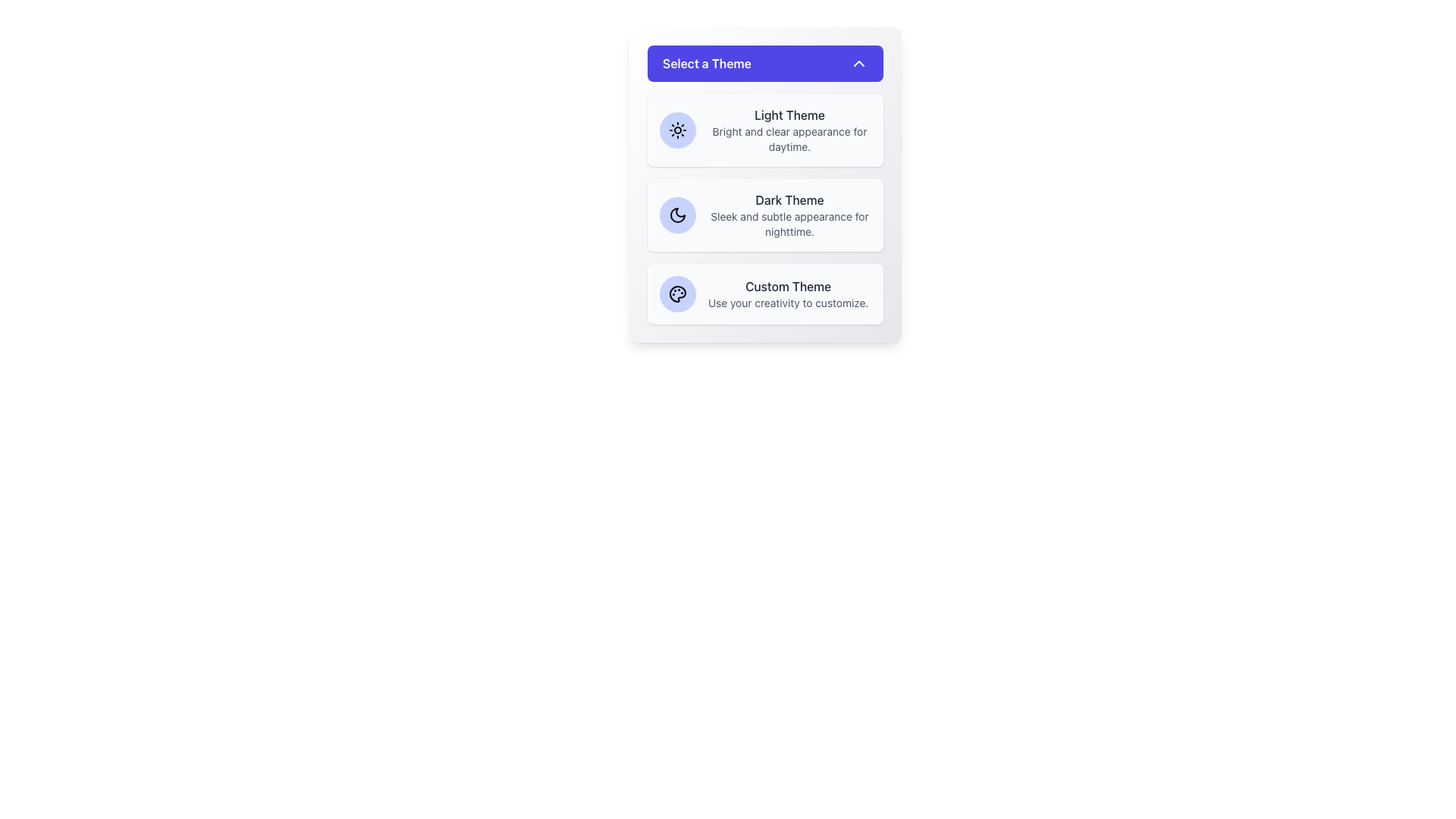 The image size is (1456, 819). I want to click on the decorative icon representing the 'Custom Theme' option, so click(676, 294).